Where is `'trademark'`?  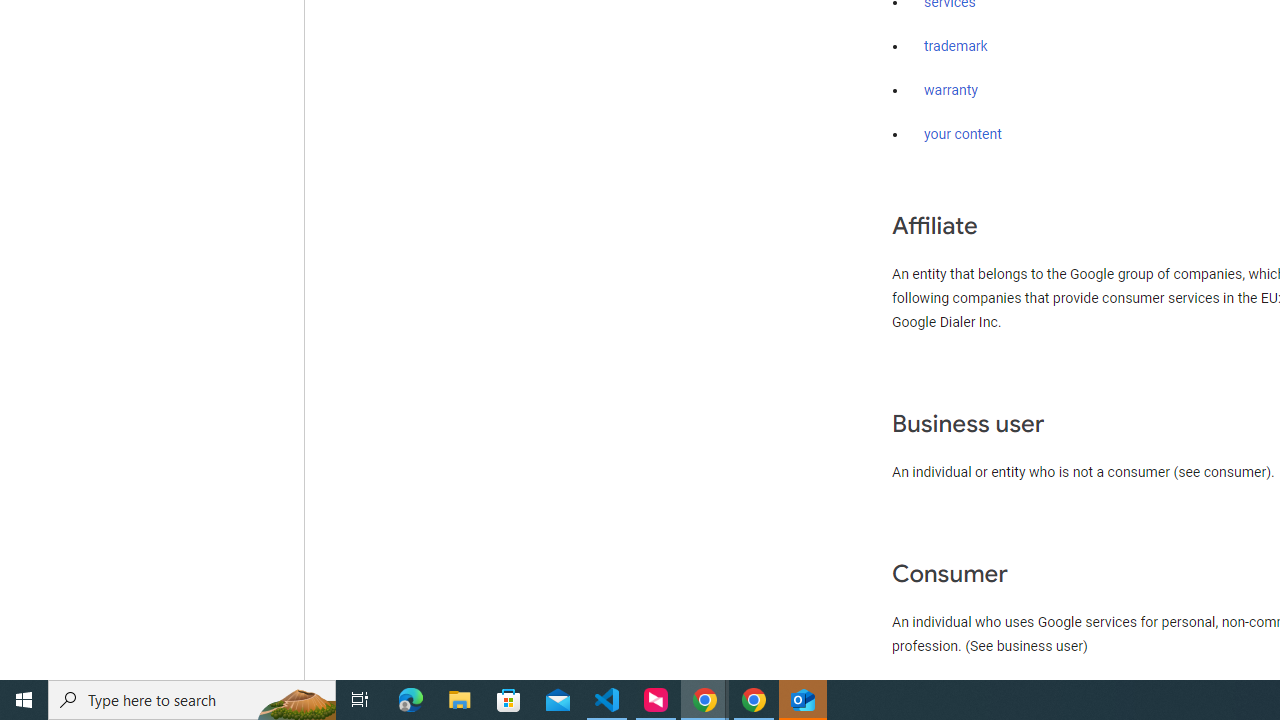
'trademark' is located at coordinates (955, 46).